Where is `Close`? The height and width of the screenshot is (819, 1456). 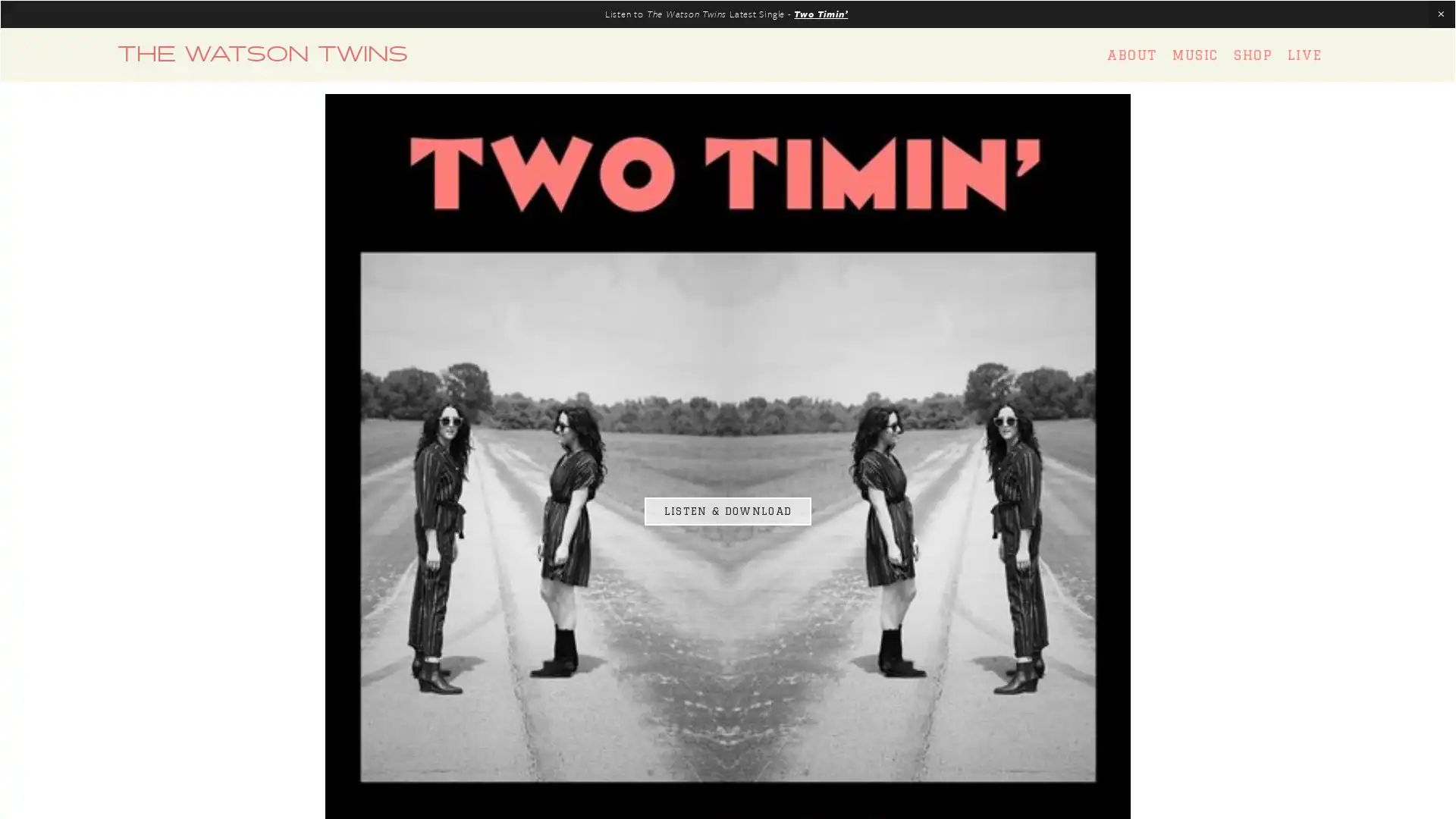
Close is located at coordinates (994, 216).